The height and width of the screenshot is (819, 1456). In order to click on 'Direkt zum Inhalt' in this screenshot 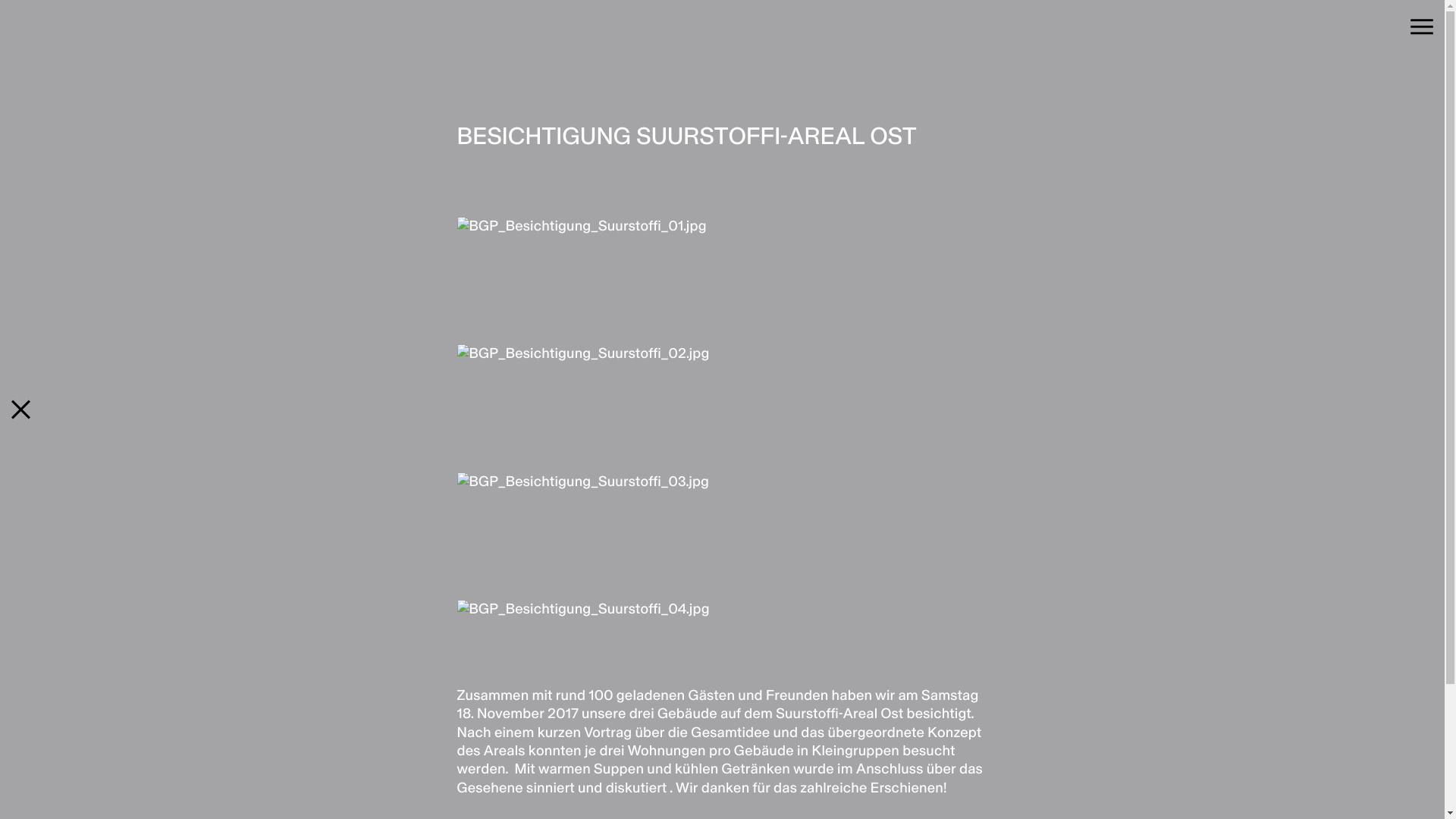, I will do `click(0, 0)`.